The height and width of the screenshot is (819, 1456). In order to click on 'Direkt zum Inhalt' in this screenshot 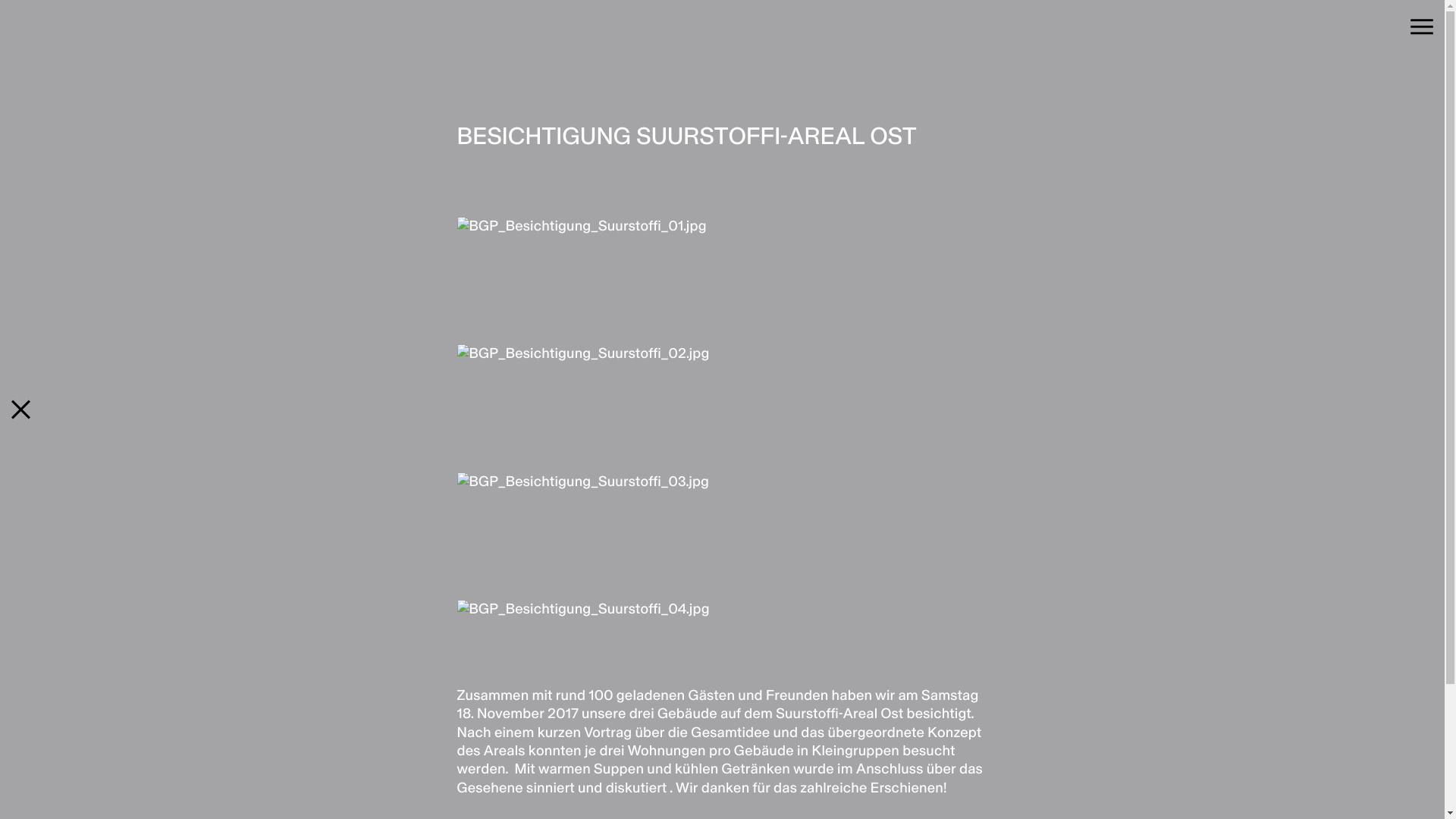, I will do `click(0, 0)`.